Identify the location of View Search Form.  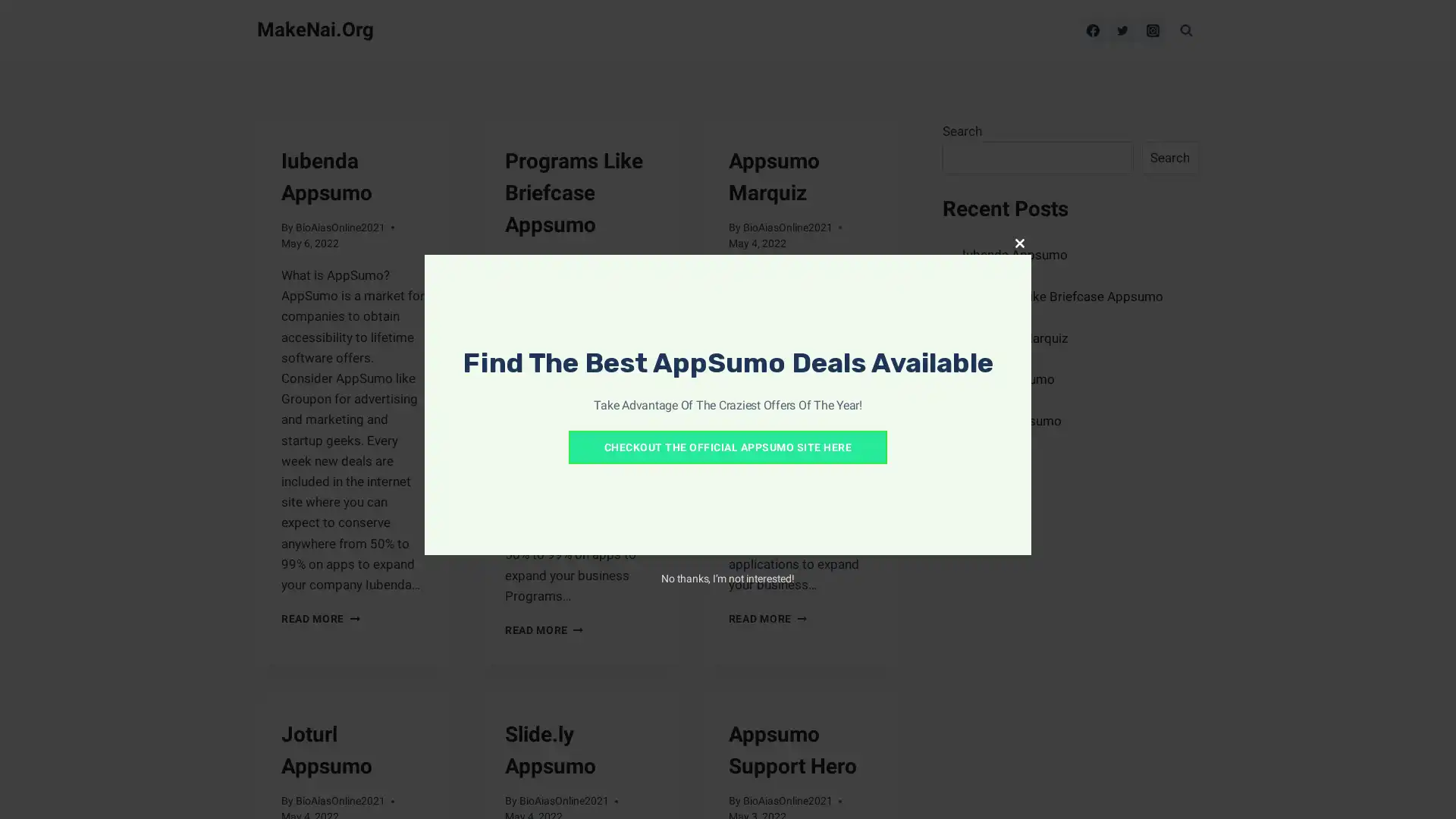
(1185, 30).